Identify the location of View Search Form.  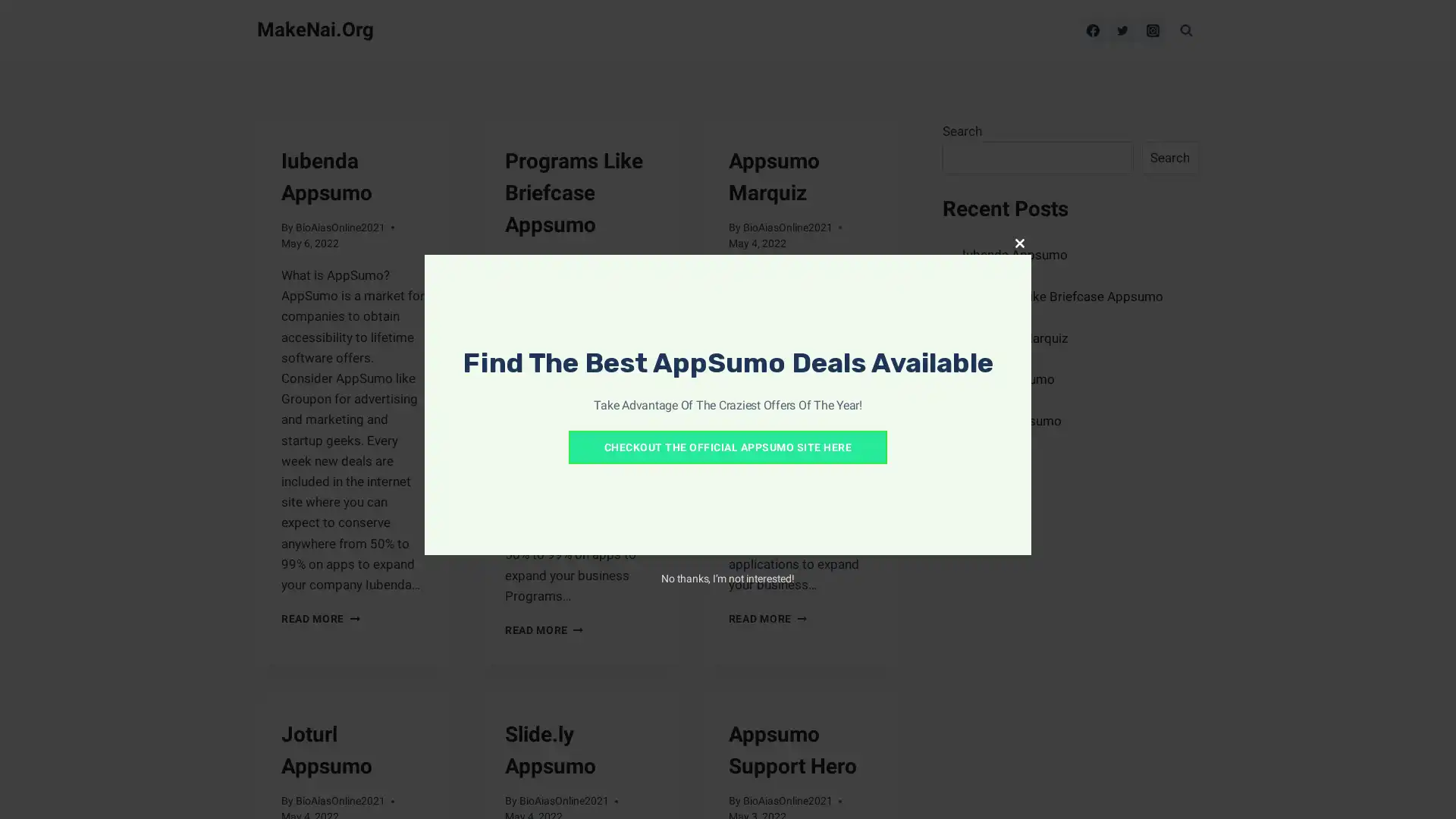
(1185, 30).